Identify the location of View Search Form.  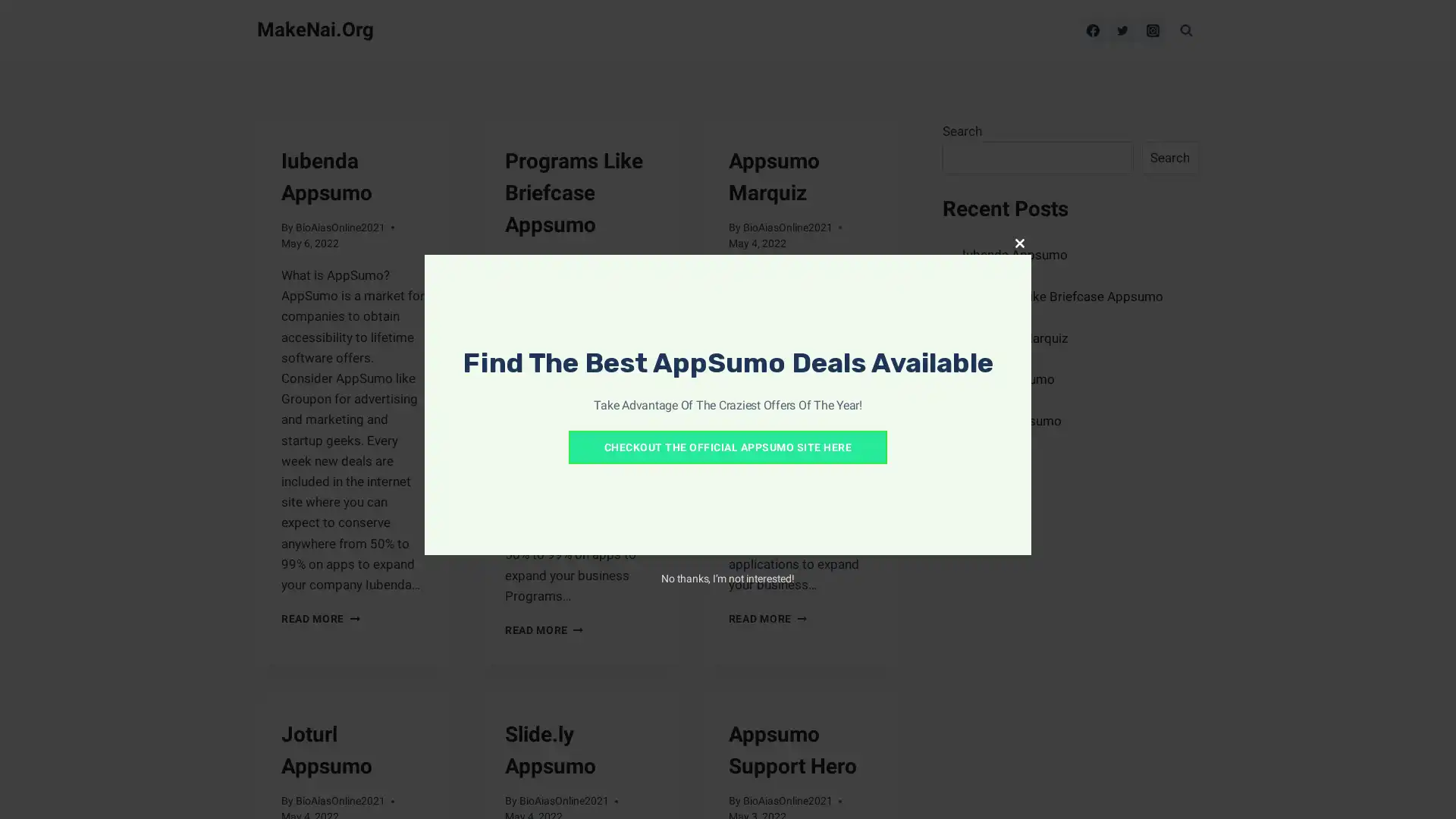
(1185, 30).